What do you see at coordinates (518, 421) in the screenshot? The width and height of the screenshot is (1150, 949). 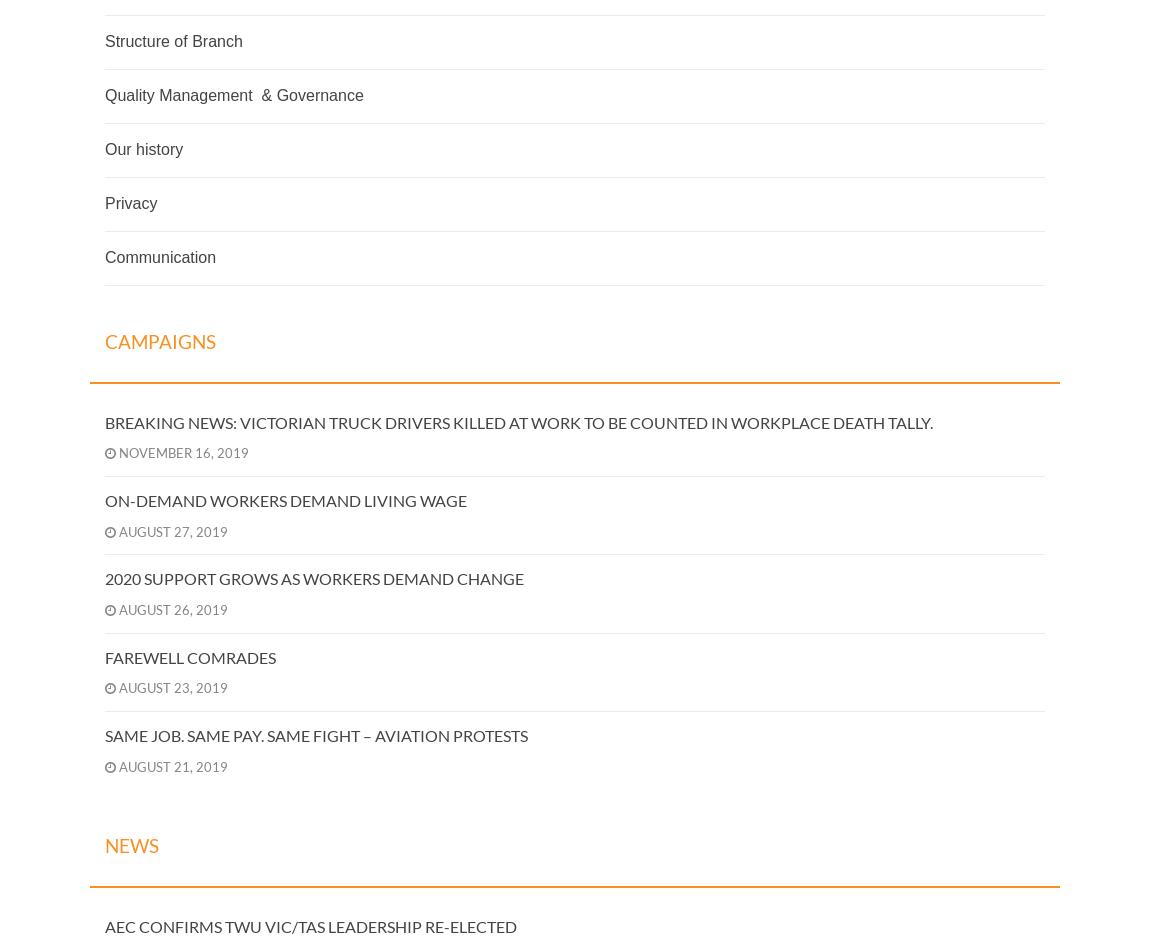 I see `'BREAKING NEWS: VICTORIAN TRUCK DRIVERS KILLED AT WORK TO BE COUNTED IN WORKPLACE DEATH TALLY.'` at bounding box center [518, 421].